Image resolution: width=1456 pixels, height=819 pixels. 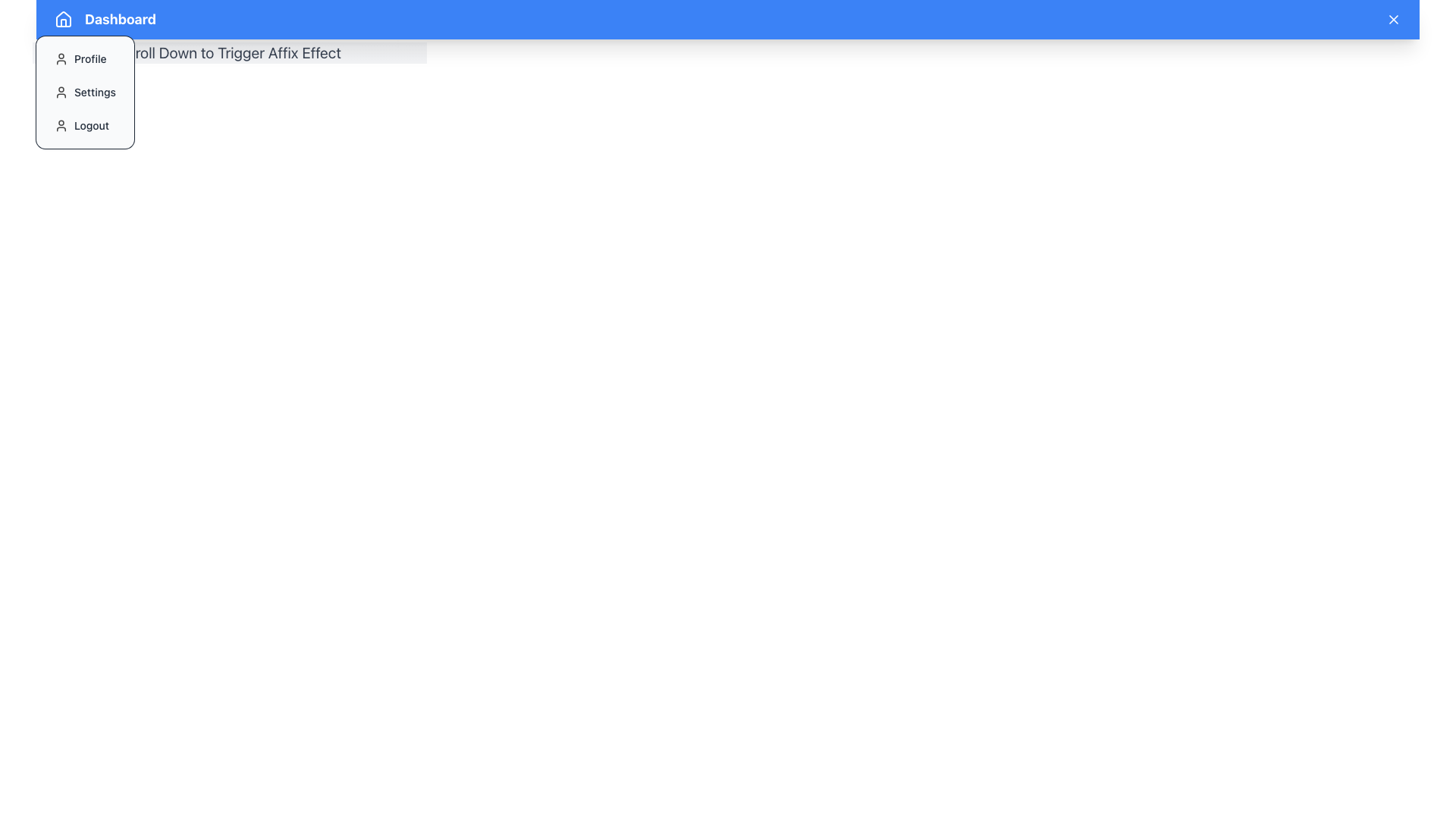 I want to click on static text label that says 'Scroll Down to Trigger Affix Effect', which is centrally located beneath the blue header and to the right of the vertical menu, so click(x=228, y=52).